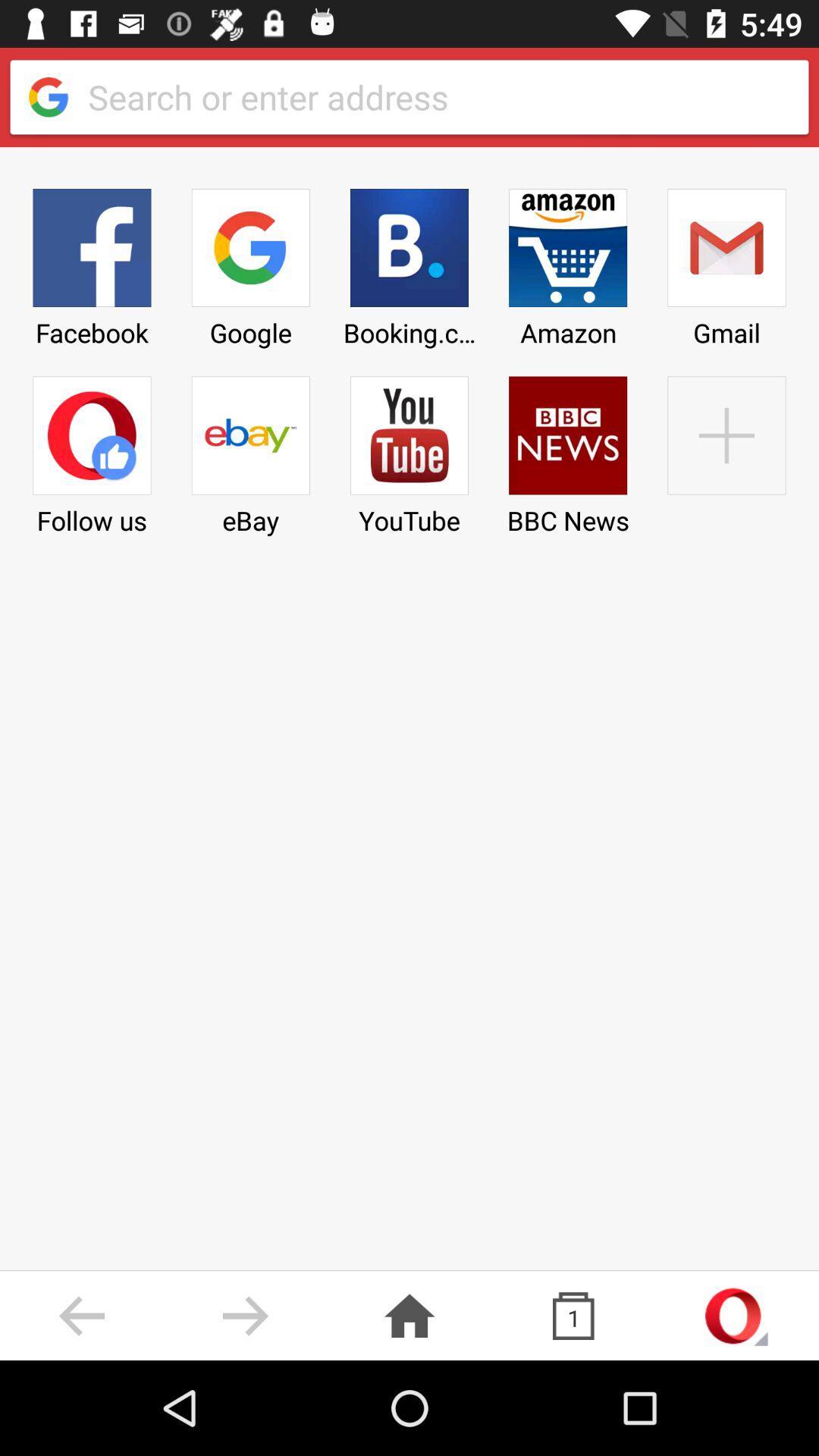 The width and height of the screenshot is (819, 1456). What do you see at coordinates (568, 450) in the screenshot?
I see `bbc news item` at bounding box center [568, 450].